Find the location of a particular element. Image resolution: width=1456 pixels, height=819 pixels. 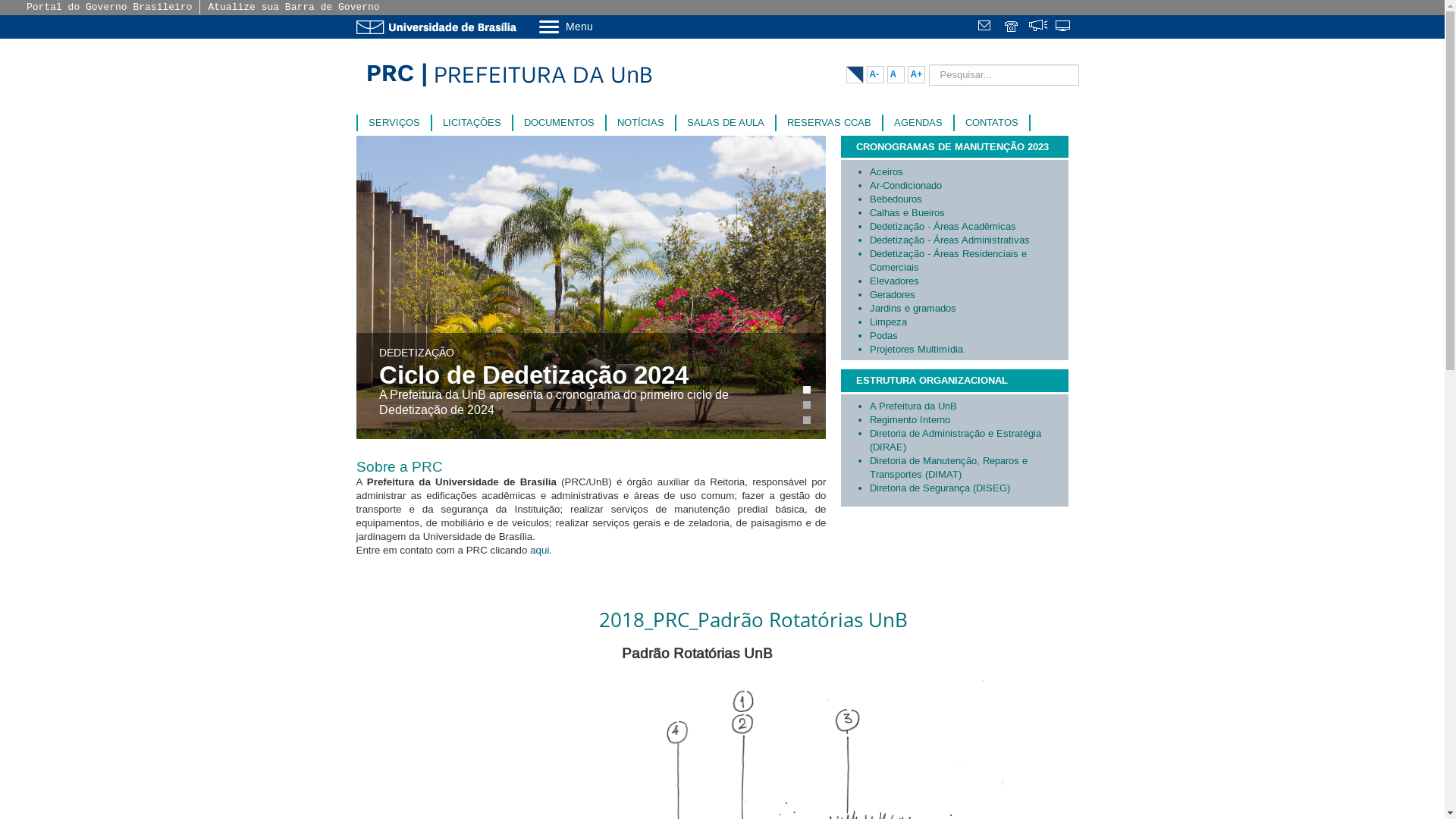

'Limpeza' is located at coordinates (966, 321).